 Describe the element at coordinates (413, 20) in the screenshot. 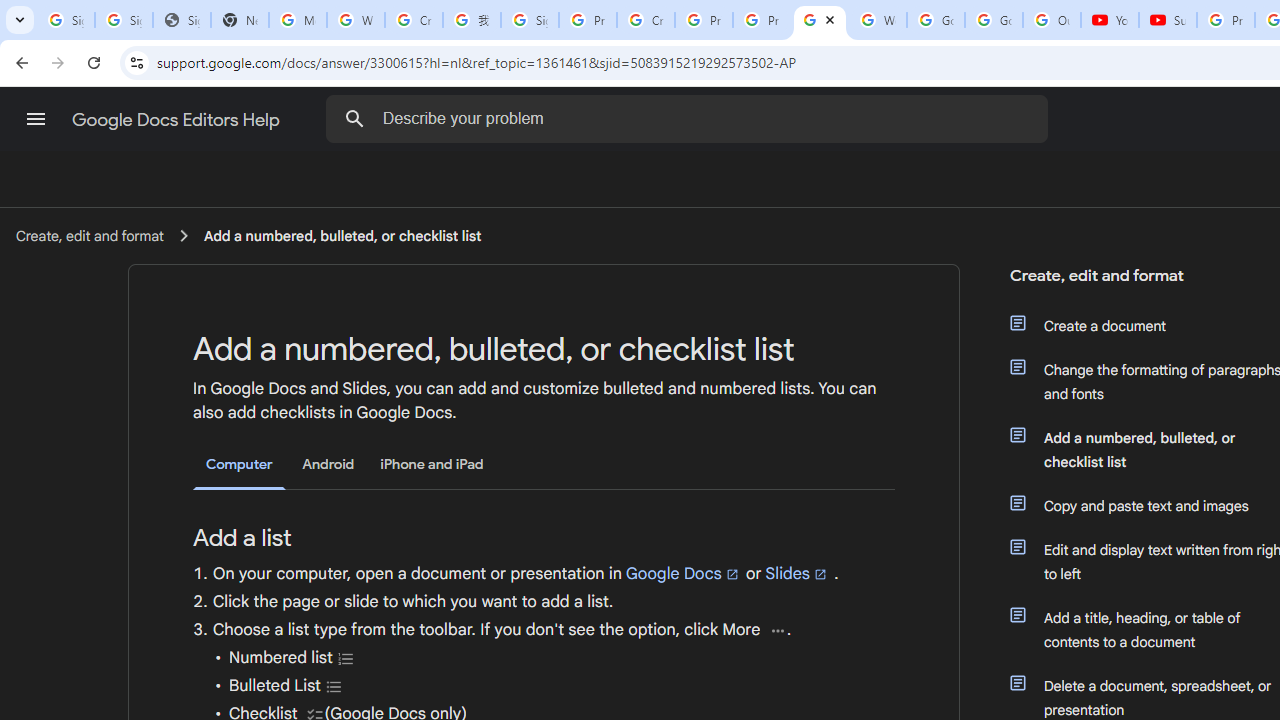

I see `'Create your Google Account'` at that location.